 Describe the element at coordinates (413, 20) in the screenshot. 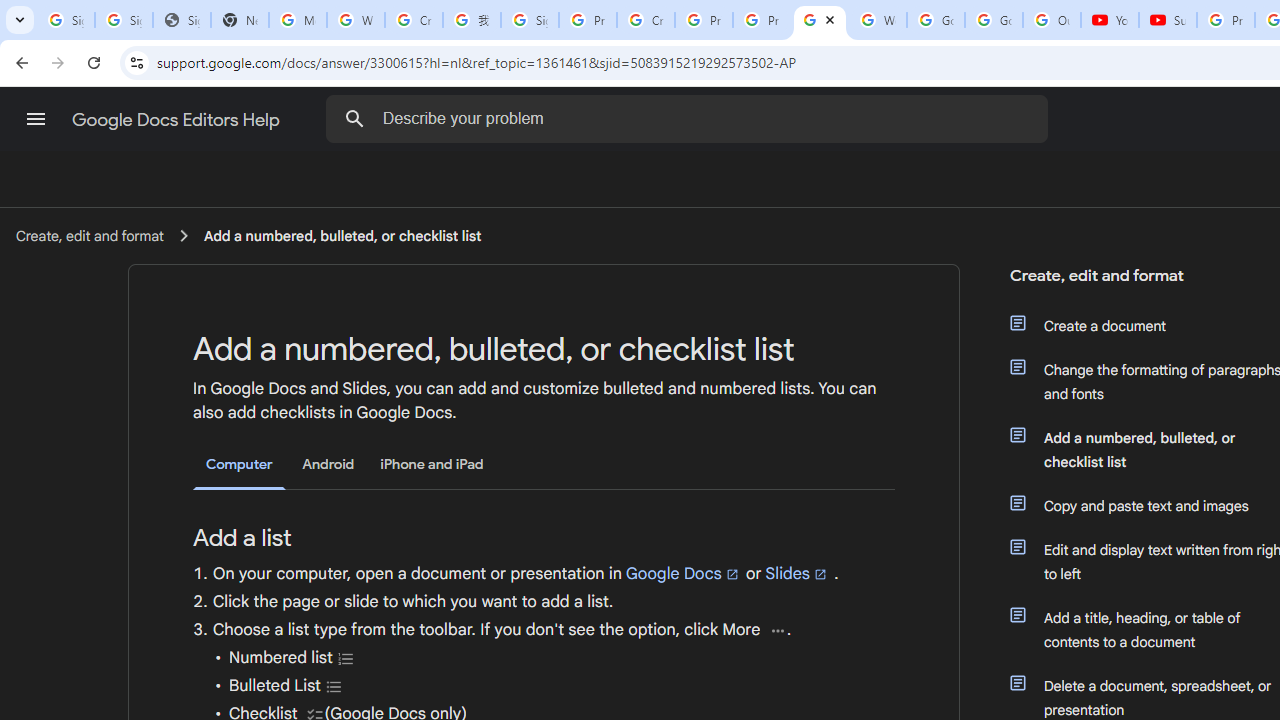

I see `'Create your Google Account'` at that location.